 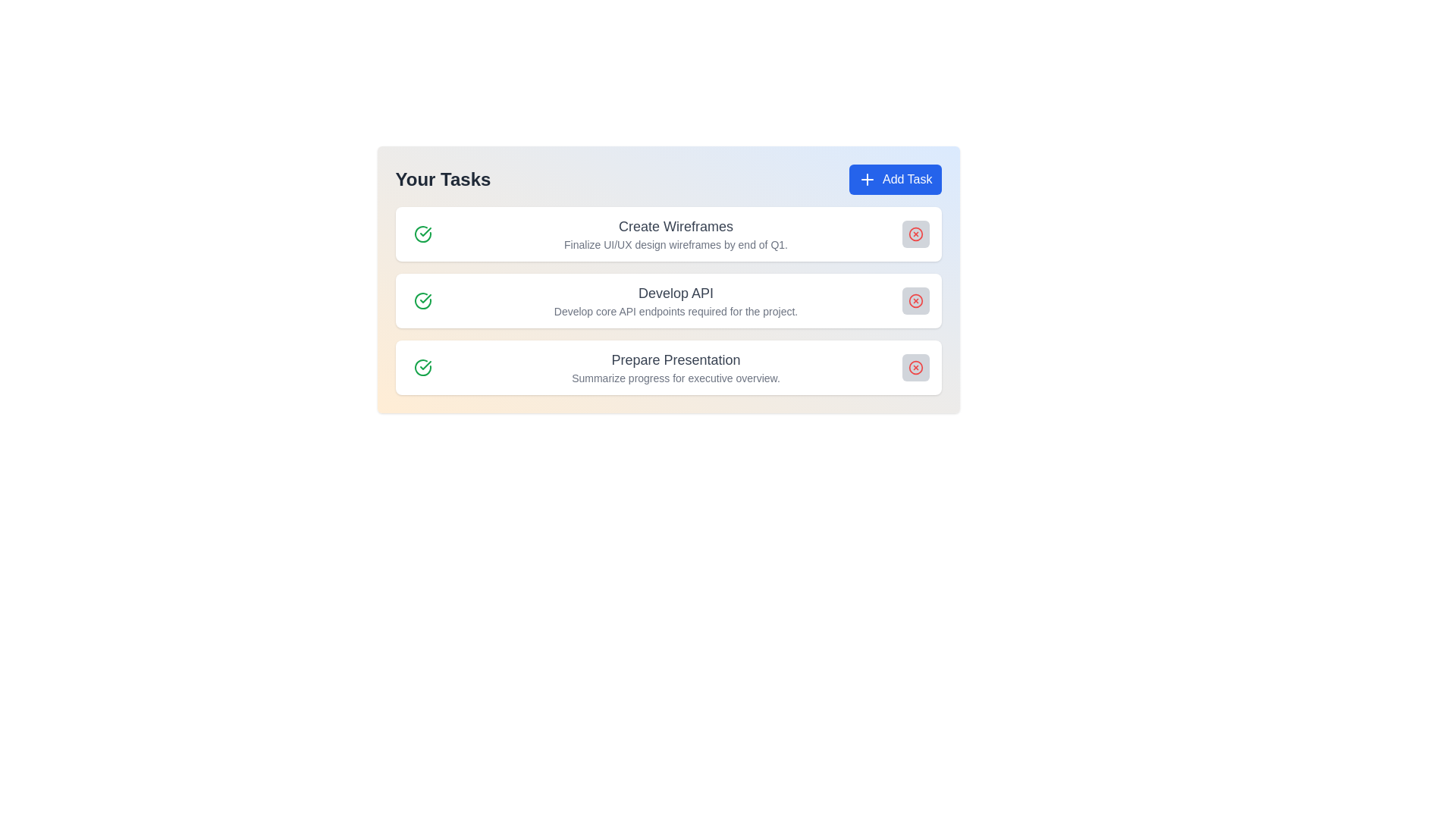 I want to click on the checkmark icon within the green circular icon, which is part of the confirmation indicator for the task labeled 'Prepare Presentation.', so click(x=425, y=366).